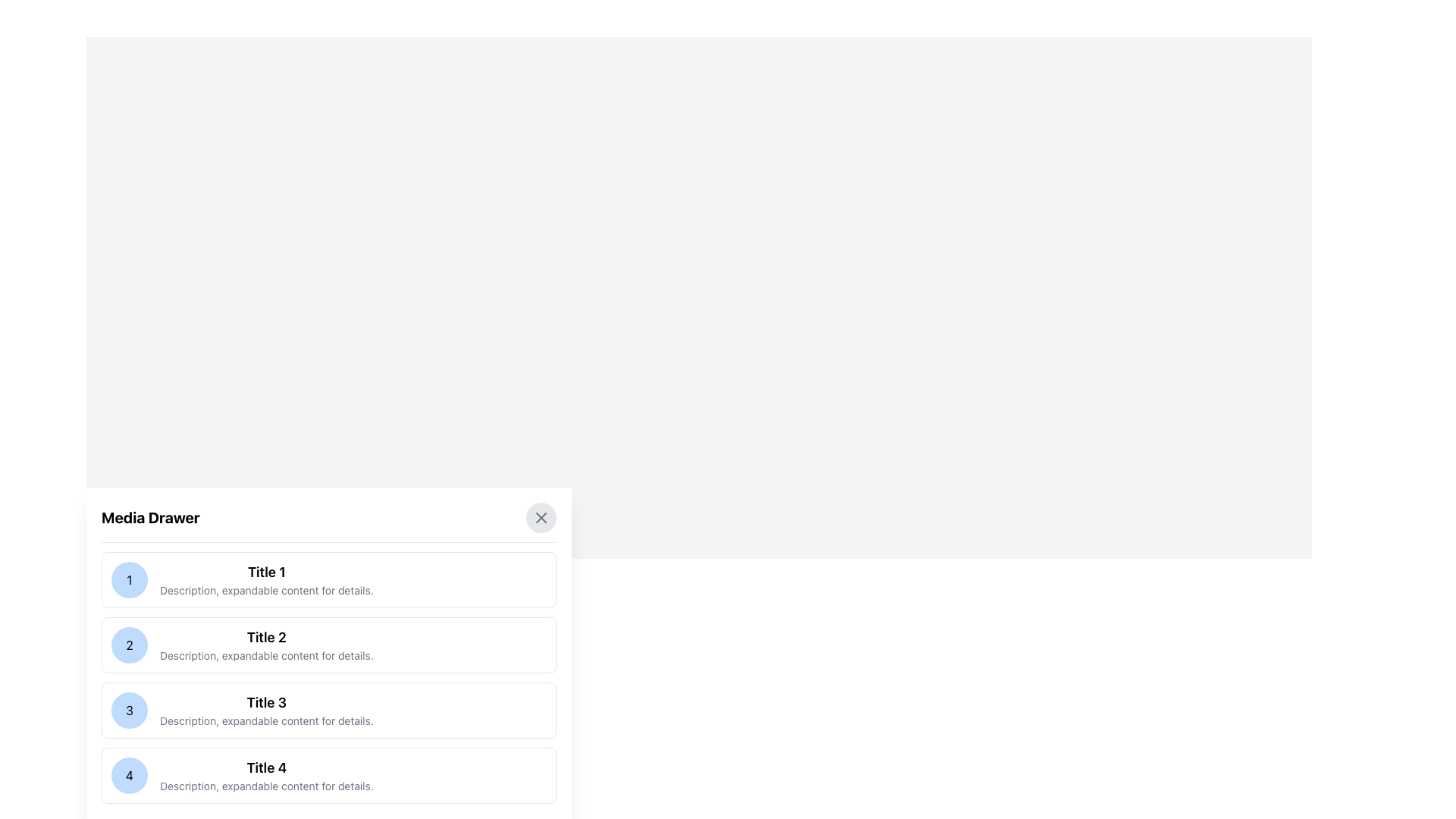  Describe the element at coordinates (266, 637) in the screenshot. I see `the Text Label that serves as a heading for the second entry in the vertically aligned list within the 'Media Drawer'` at that location.